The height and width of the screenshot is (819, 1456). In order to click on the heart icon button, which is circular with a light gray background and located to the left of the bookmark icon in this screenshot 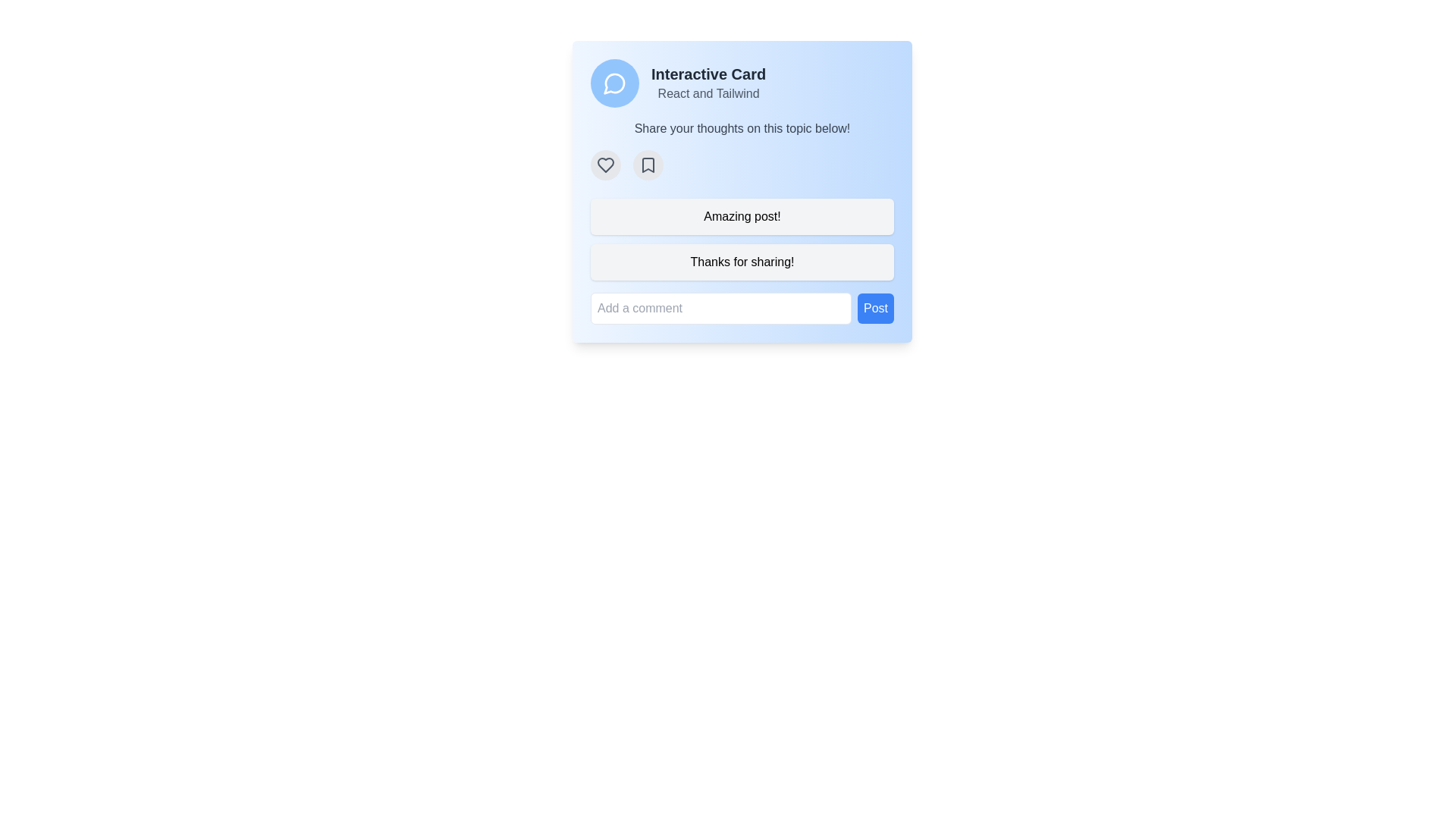, I will do `click(604, 165)`.